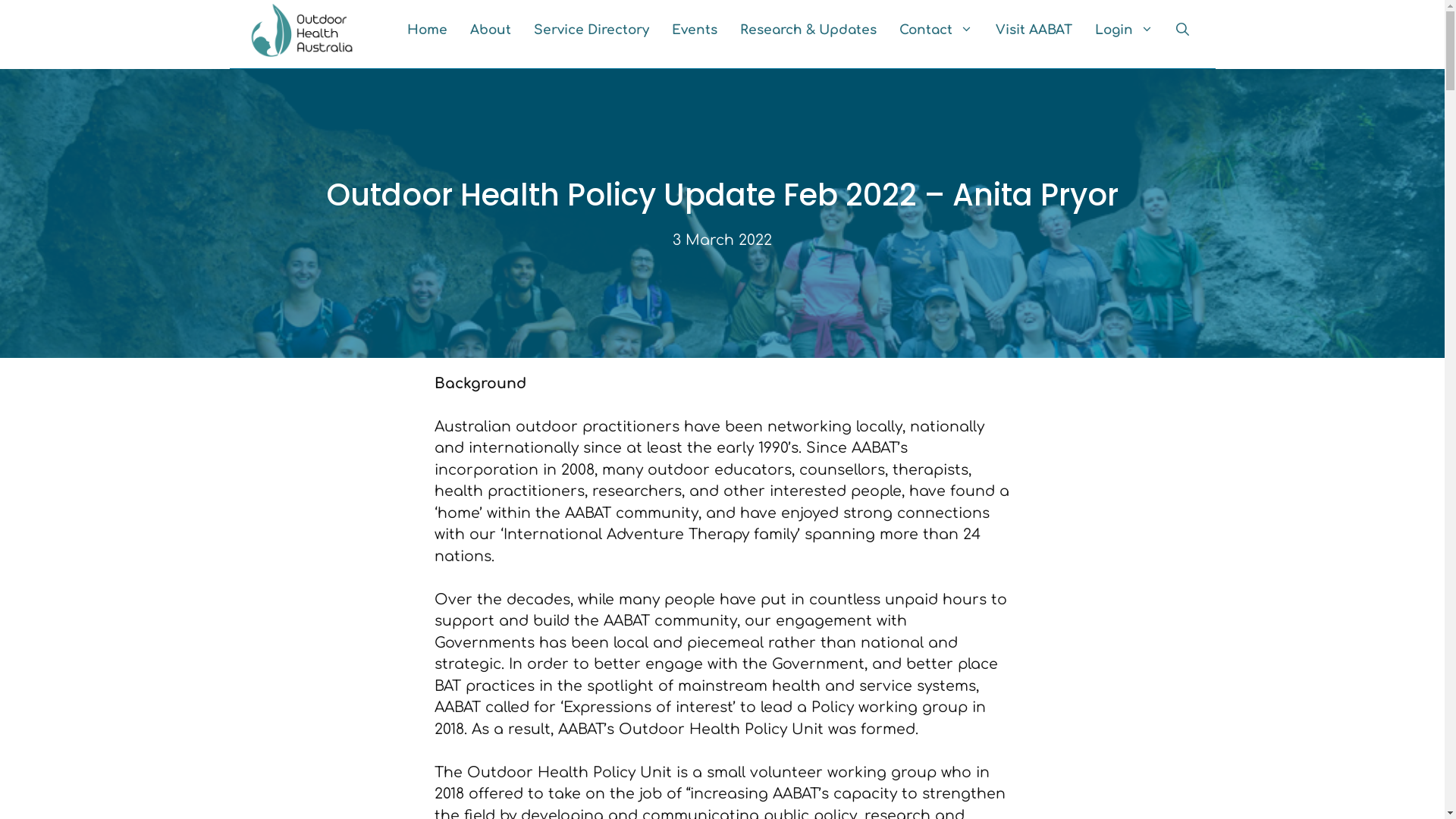 The height and width of the screenshot is (819, 1456). What do you see at coordinates (426, 30) in the screenshot?
I see `'Home'` at bounding box center [426, 30].